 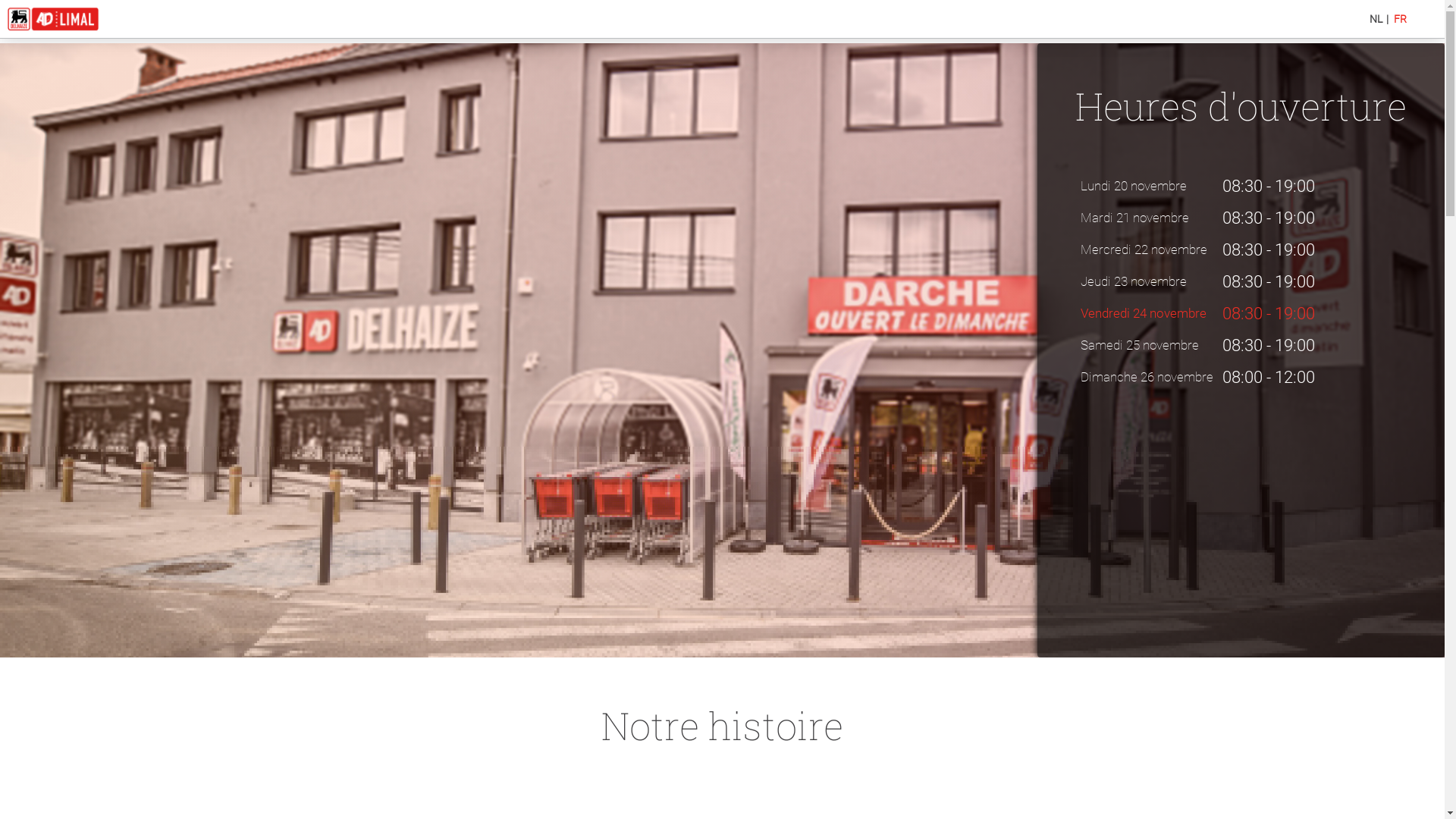 I want to click on 'FR', so click(x=1392, y=18).